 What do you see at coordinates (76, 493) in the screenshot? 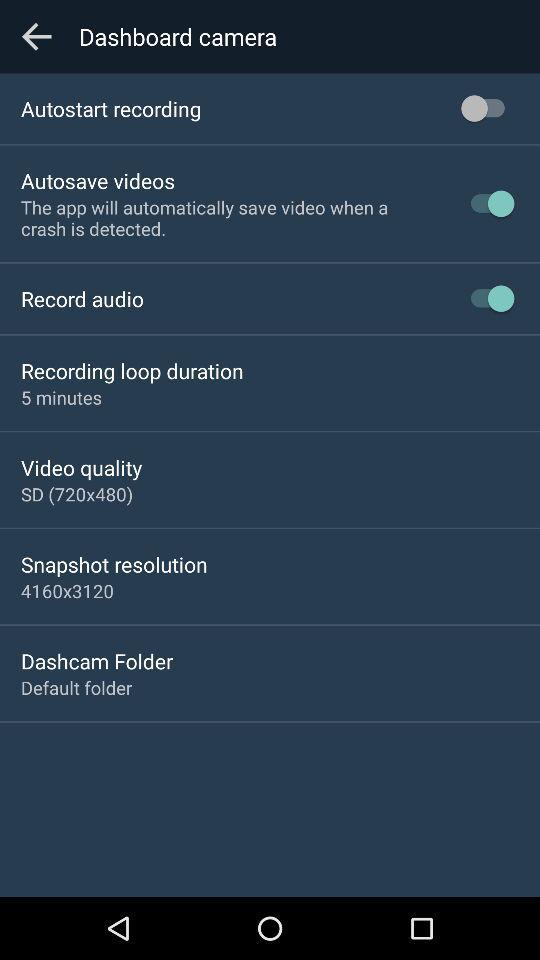
I see `item below the video quality` at bounding box center [76, 493].